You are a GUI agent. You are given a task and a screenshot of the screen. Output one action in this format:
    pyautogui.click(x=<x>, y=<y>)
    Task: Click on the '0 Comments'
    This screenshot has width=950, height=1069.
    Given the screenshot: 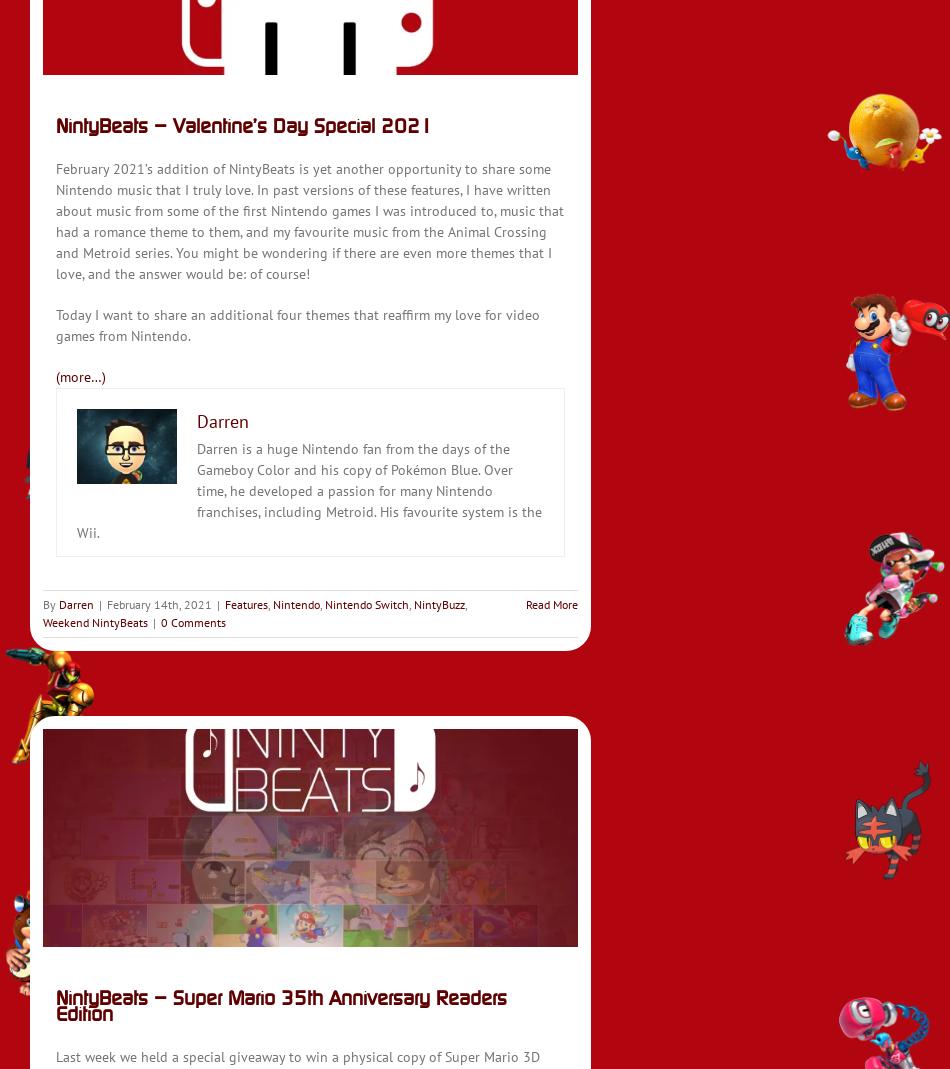 What is the action you would take?
    pyautogui.click(x=193, y=622)
    